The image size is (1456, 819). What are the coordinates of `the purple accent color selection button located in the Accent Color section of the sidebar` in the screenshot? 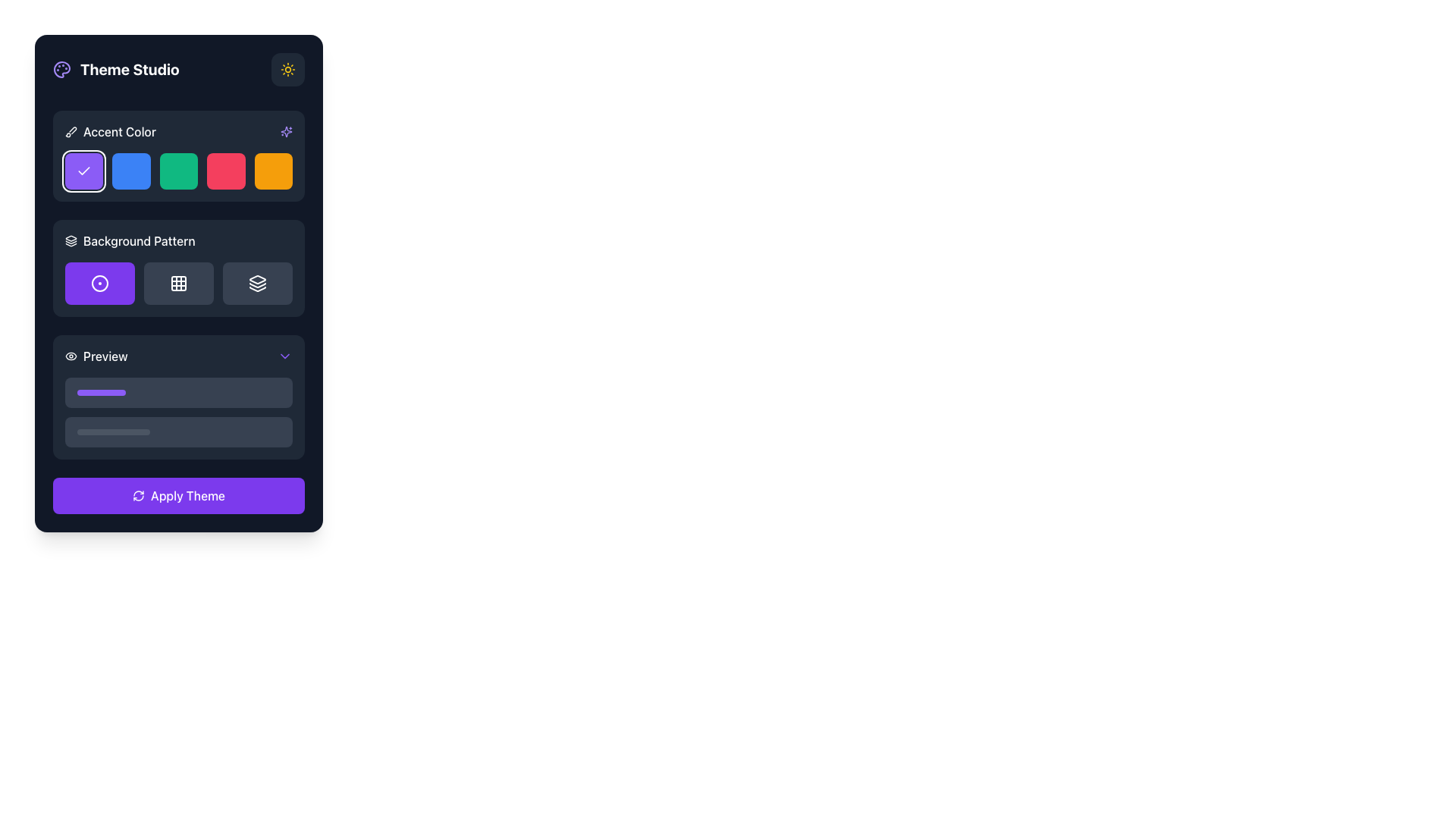 It's located at (83, 171).